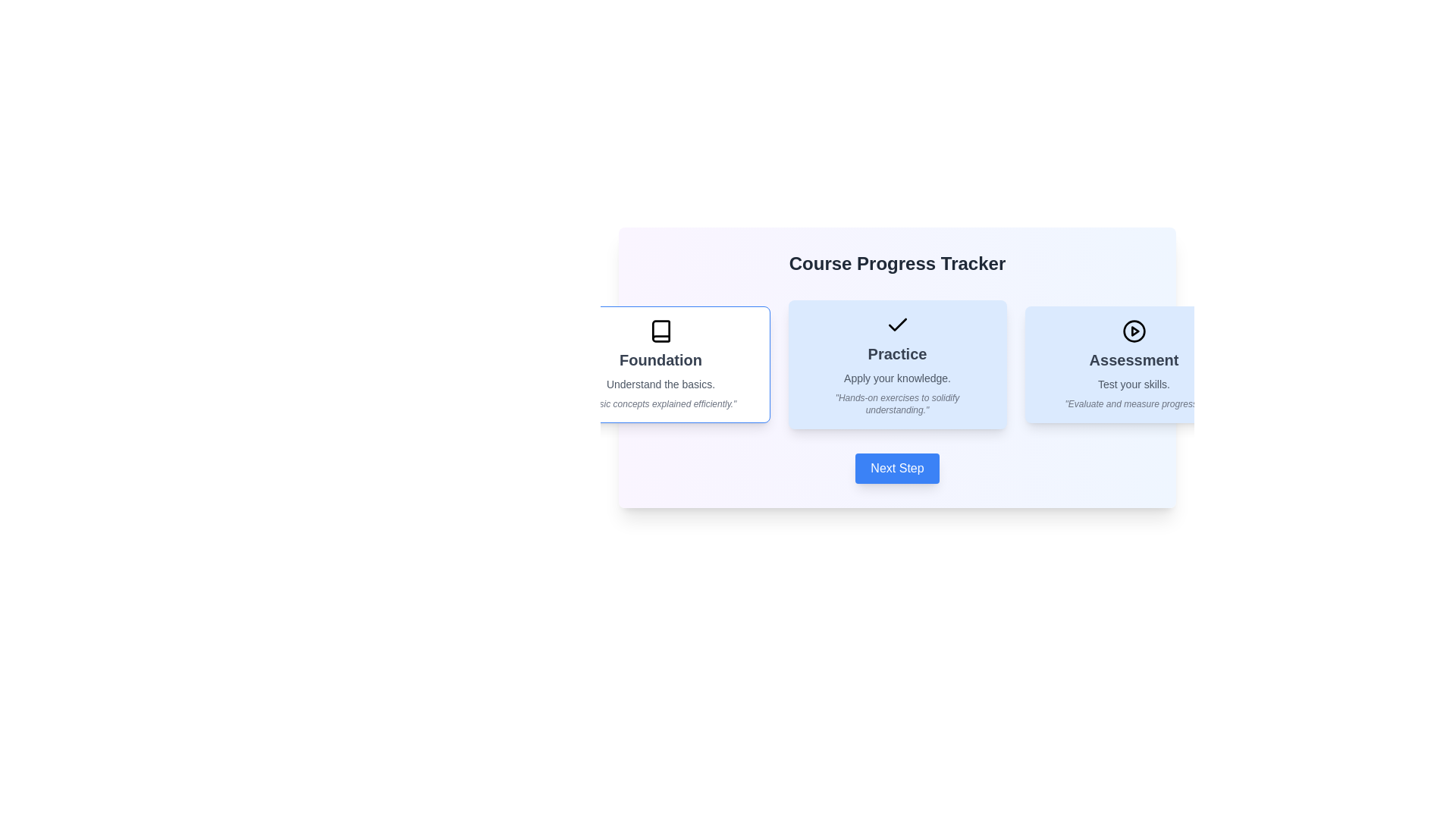  I want to click on the central 'Practice' module card in the course progress interface, positioned between the 'Foundation' and 'Assessment' cards, so click(897, 365).